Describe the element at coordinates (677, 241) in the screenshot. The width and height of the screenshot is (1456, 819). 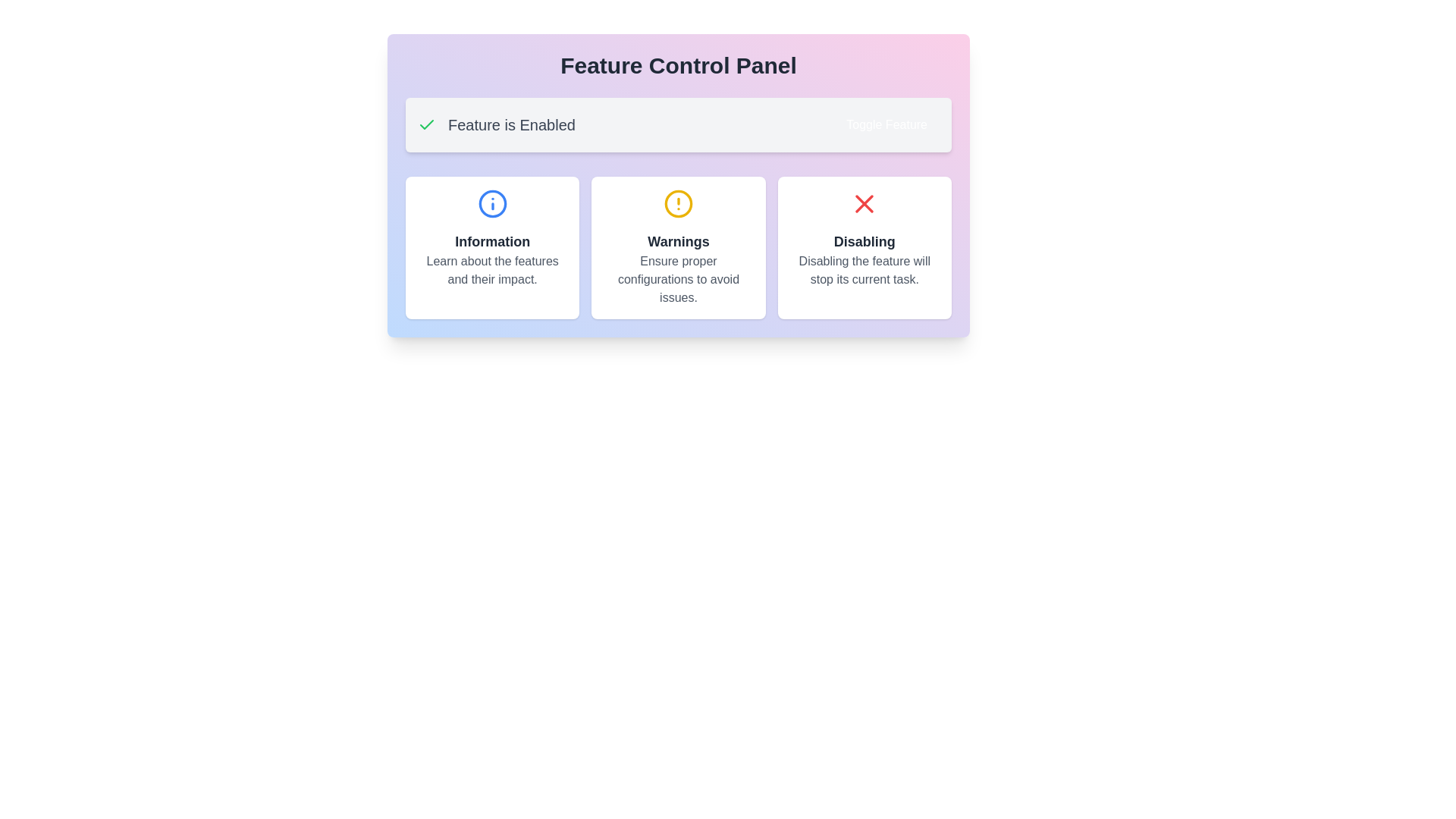
I see `the Text Label displaying 'Warnings', which is styled in a large, bold, gray-colored font and positioned centrally within the warning card component` at that location.